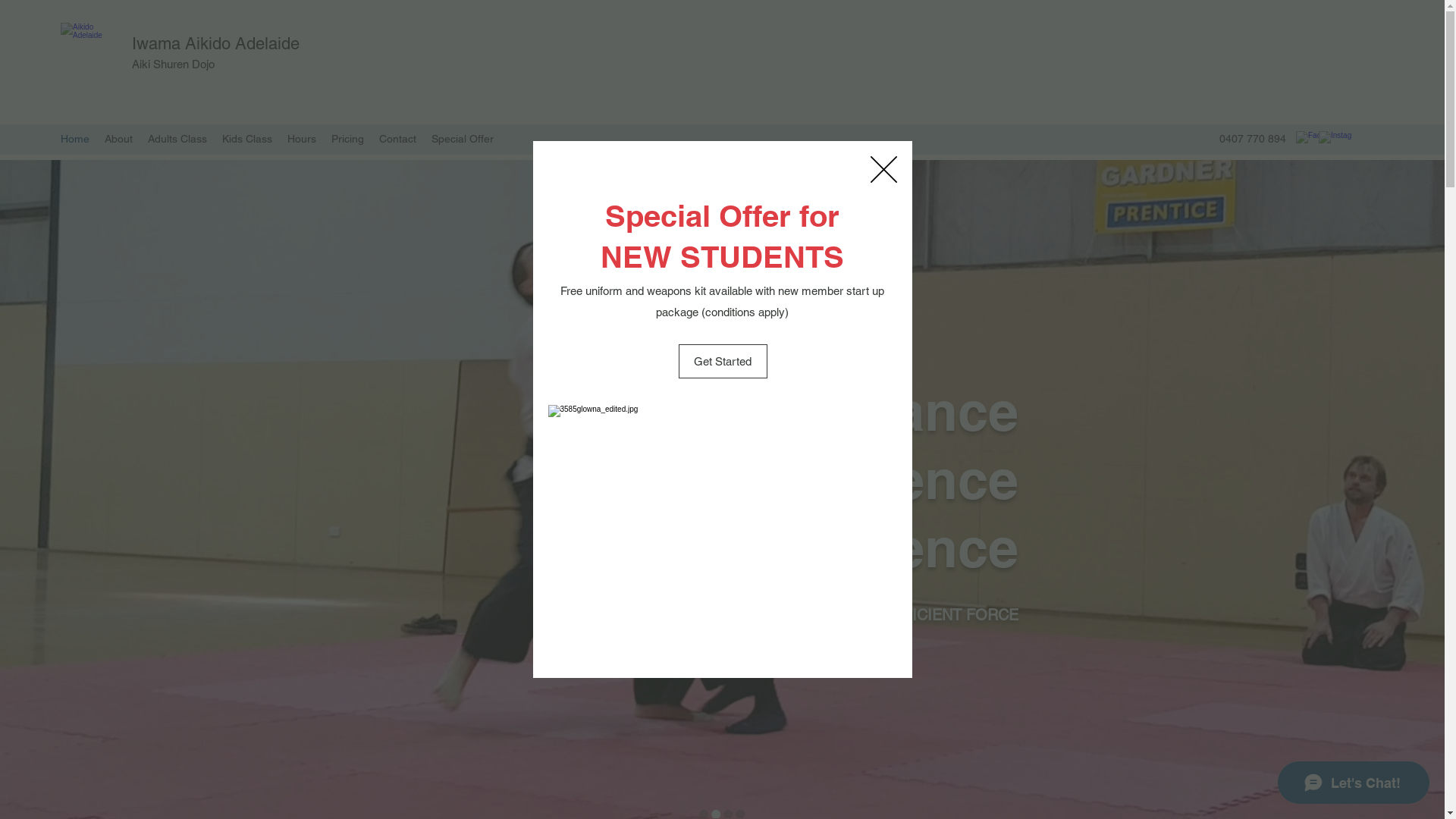  What do you see at coordinates (247, 138) in the screenshot?
I see `'Kids Class'` at bounding box center [247, 138].